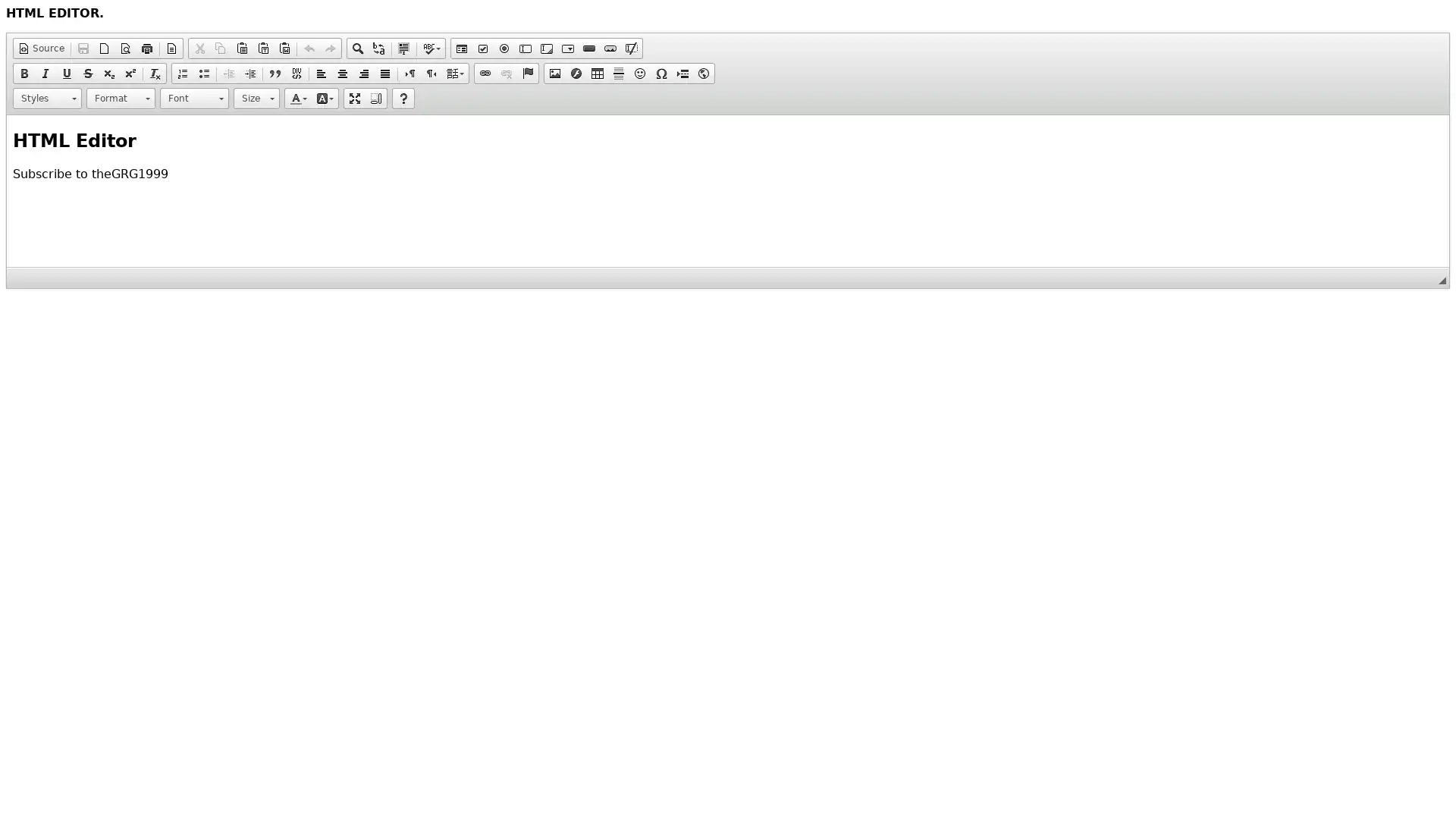 The width and height of the screenshot is (1456, 819). I want to click on Button, so click(588, 48).